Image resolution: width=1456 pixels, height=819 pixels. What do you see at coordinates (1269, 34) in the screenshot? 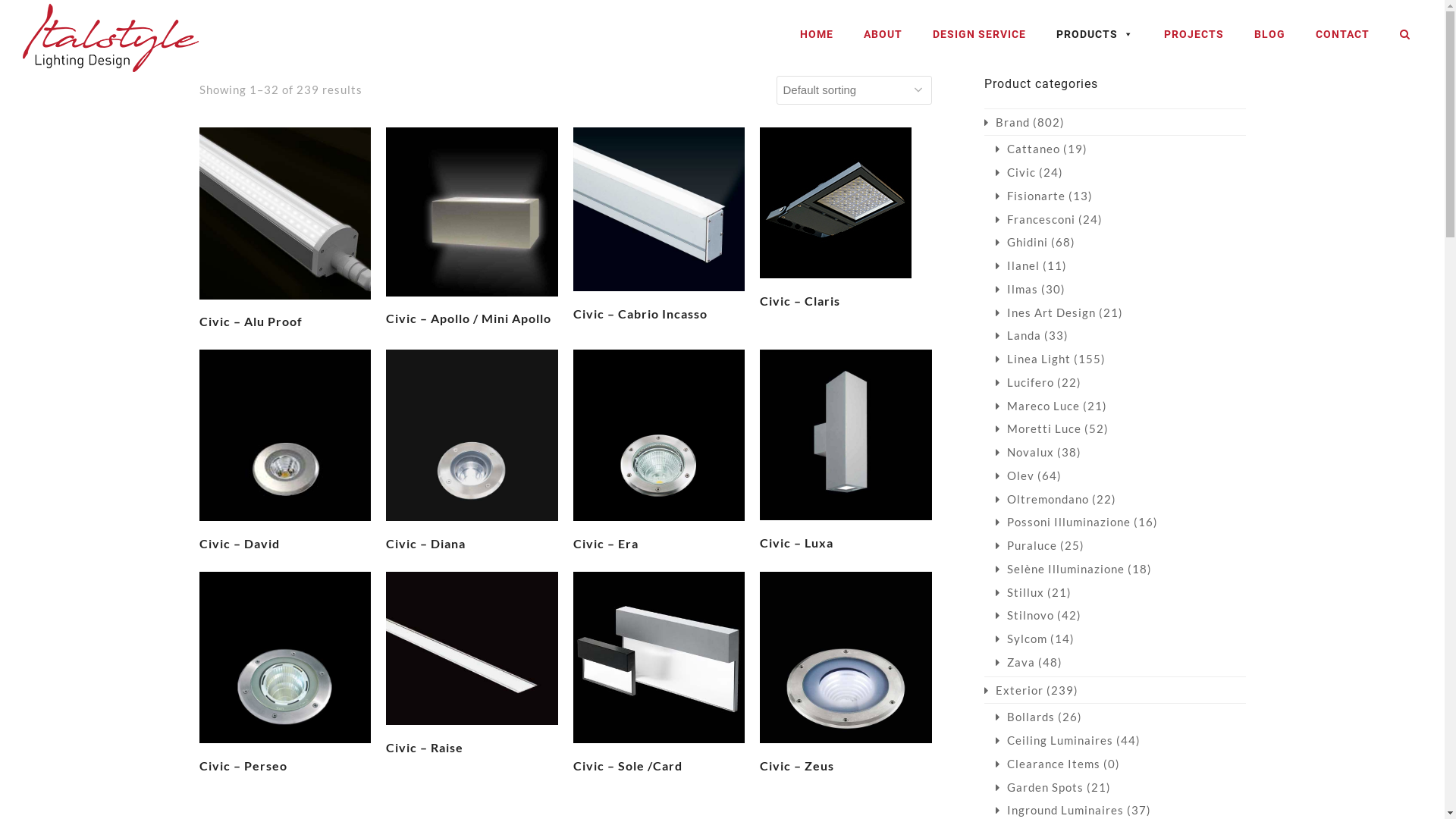
I see `'BLOG'` at bounding box center [1269, 34].